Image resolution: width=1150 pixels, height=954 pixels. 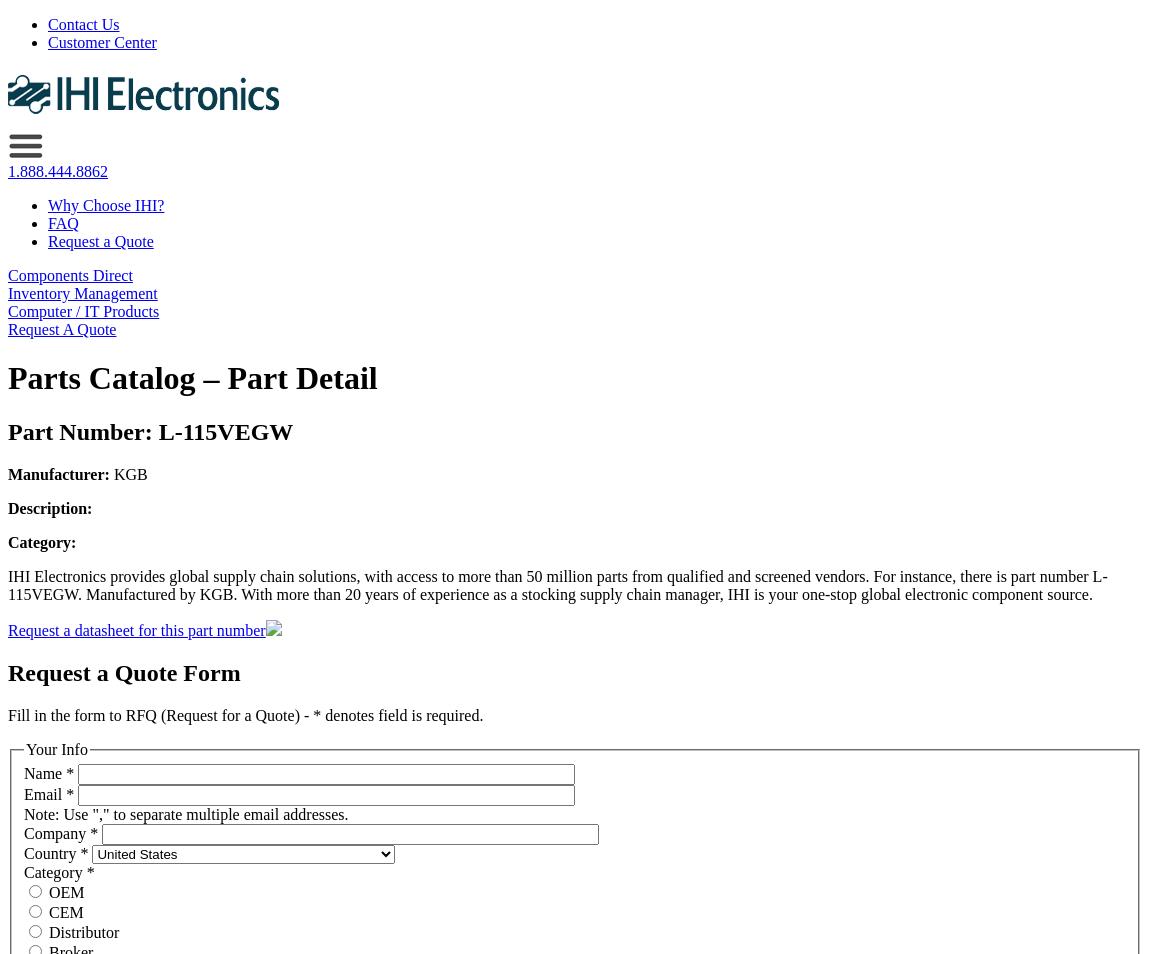 I want to click on 'Company', so click(x=23, y=833).